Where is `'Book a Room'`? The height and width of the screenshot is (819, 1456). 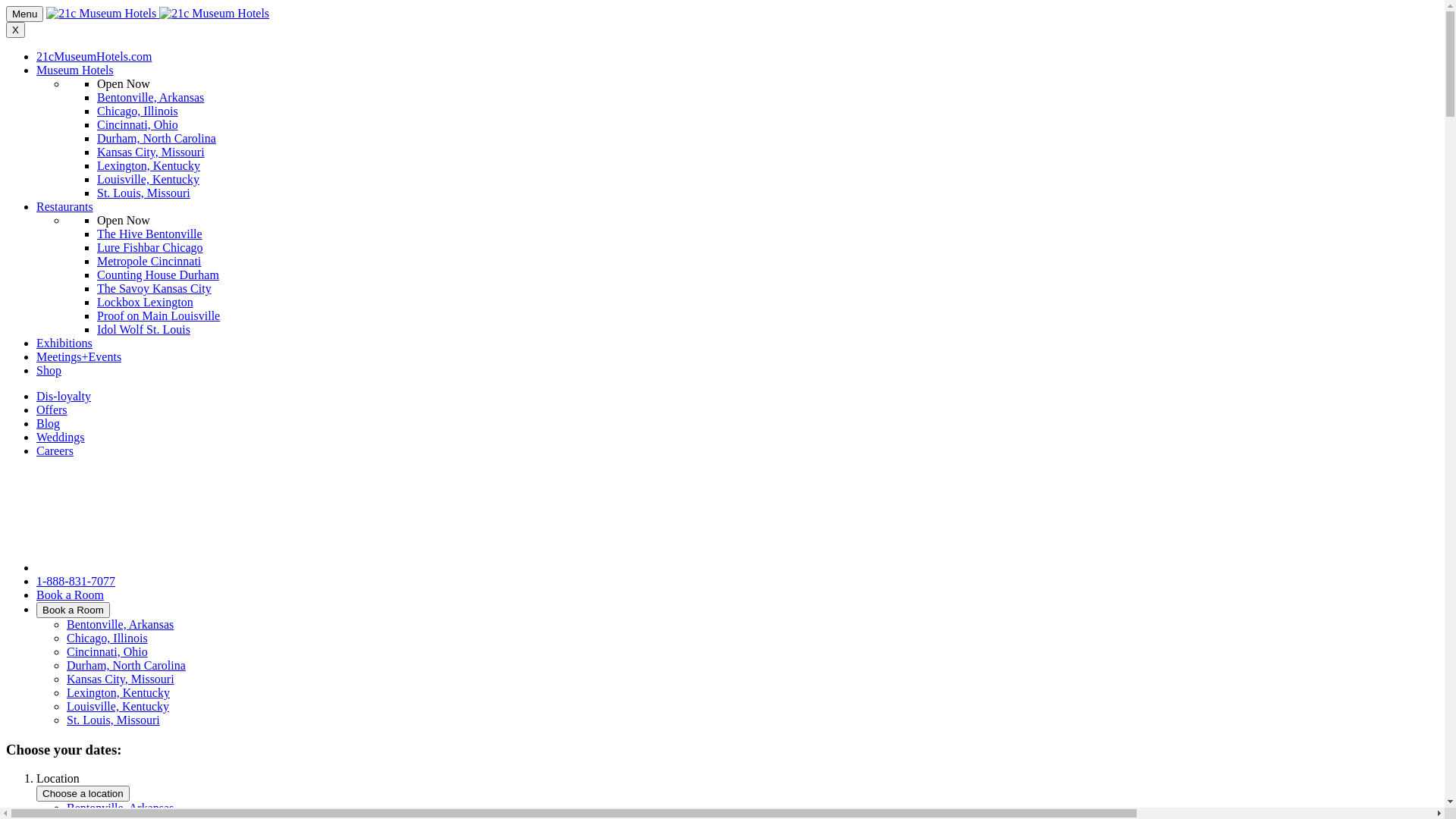
'Book a Room' is located at coordinates (72, 609).